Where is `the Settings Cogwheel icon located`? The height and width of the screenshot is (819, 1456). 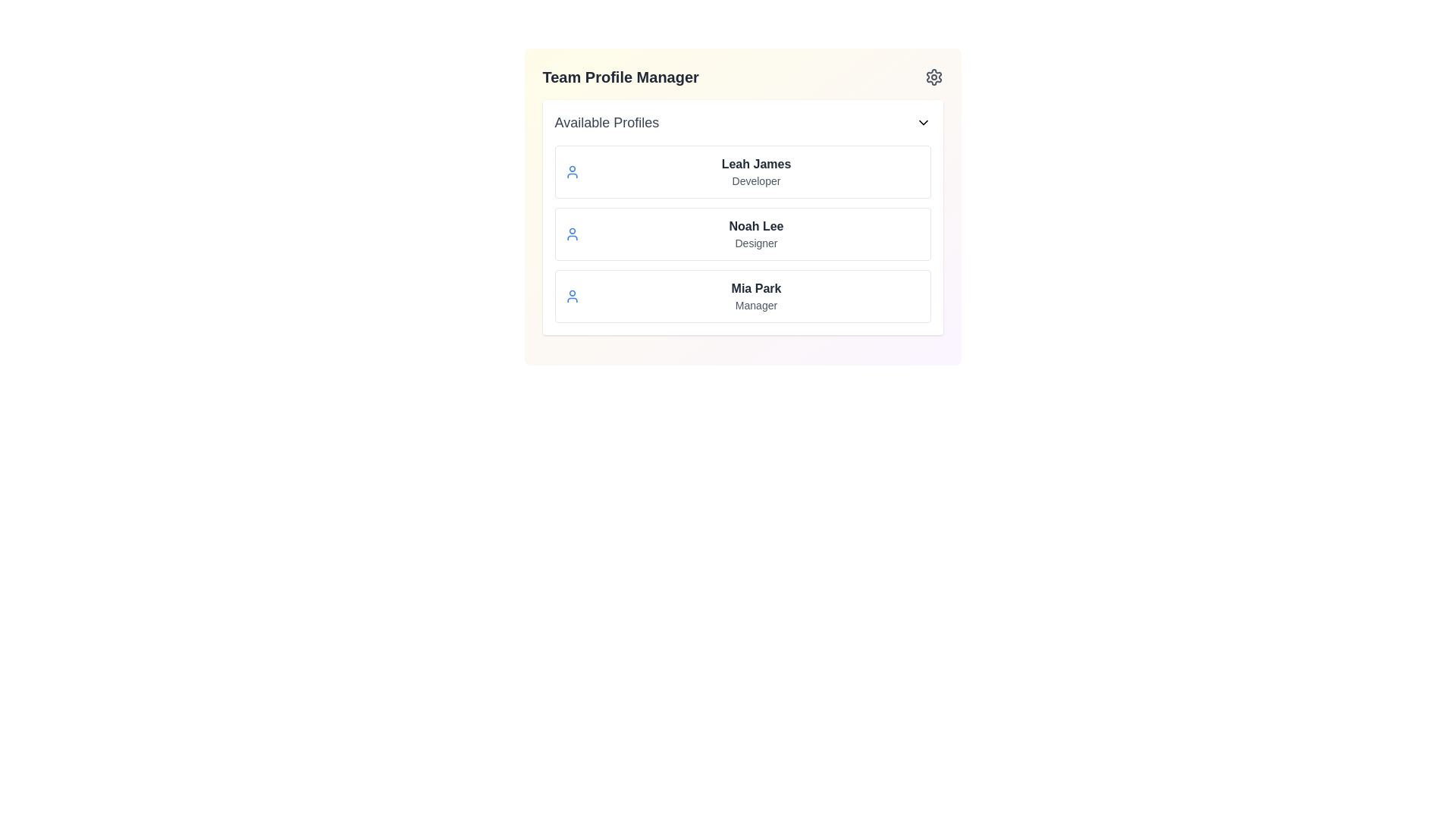 the Settings Cogwheel icon located is located at coordinates (933, 77).